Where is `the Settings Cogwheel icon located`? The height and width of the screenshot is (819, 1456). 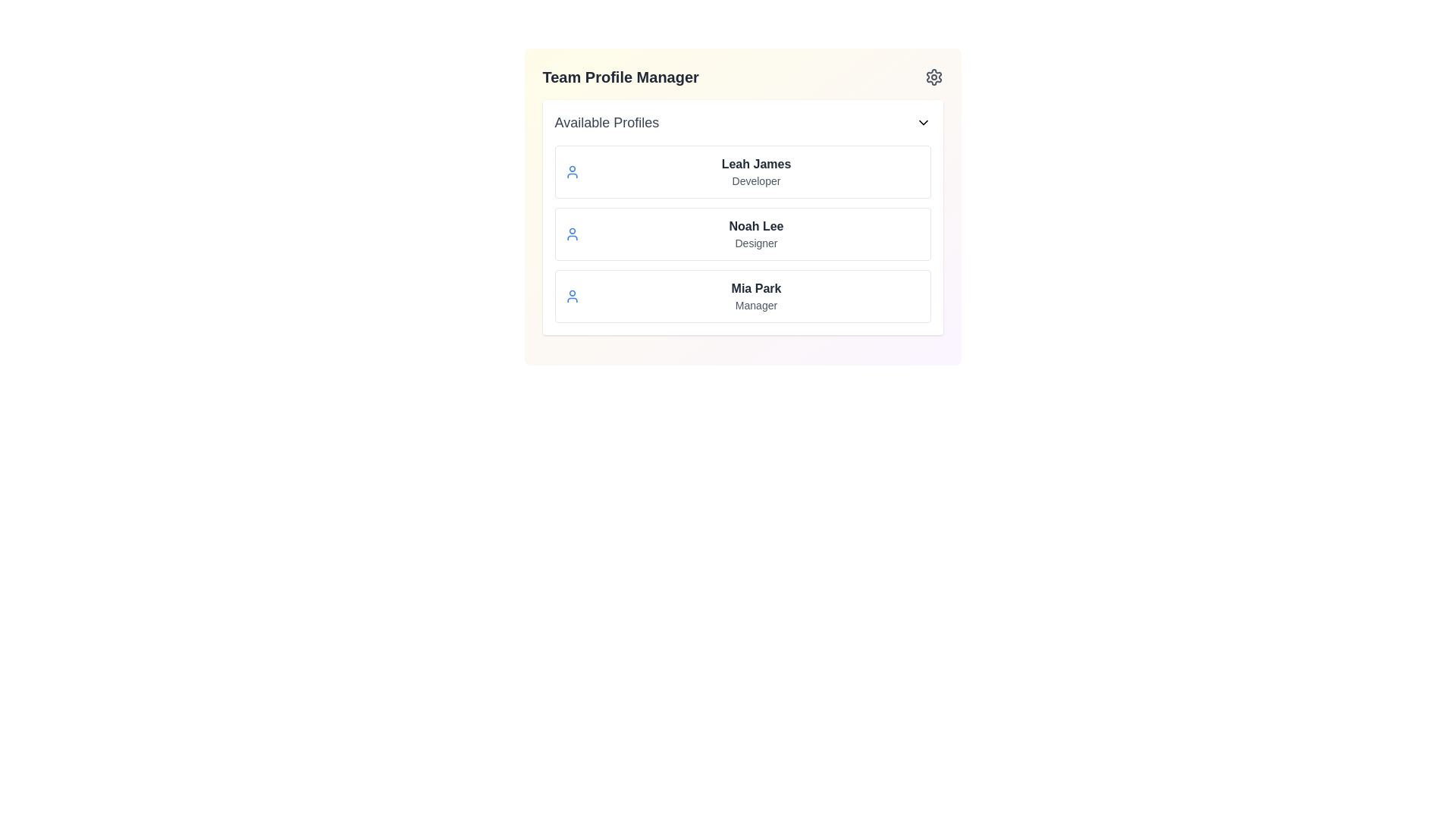 the Settings Cogwheel icon located is located at coordinates (933, 77).